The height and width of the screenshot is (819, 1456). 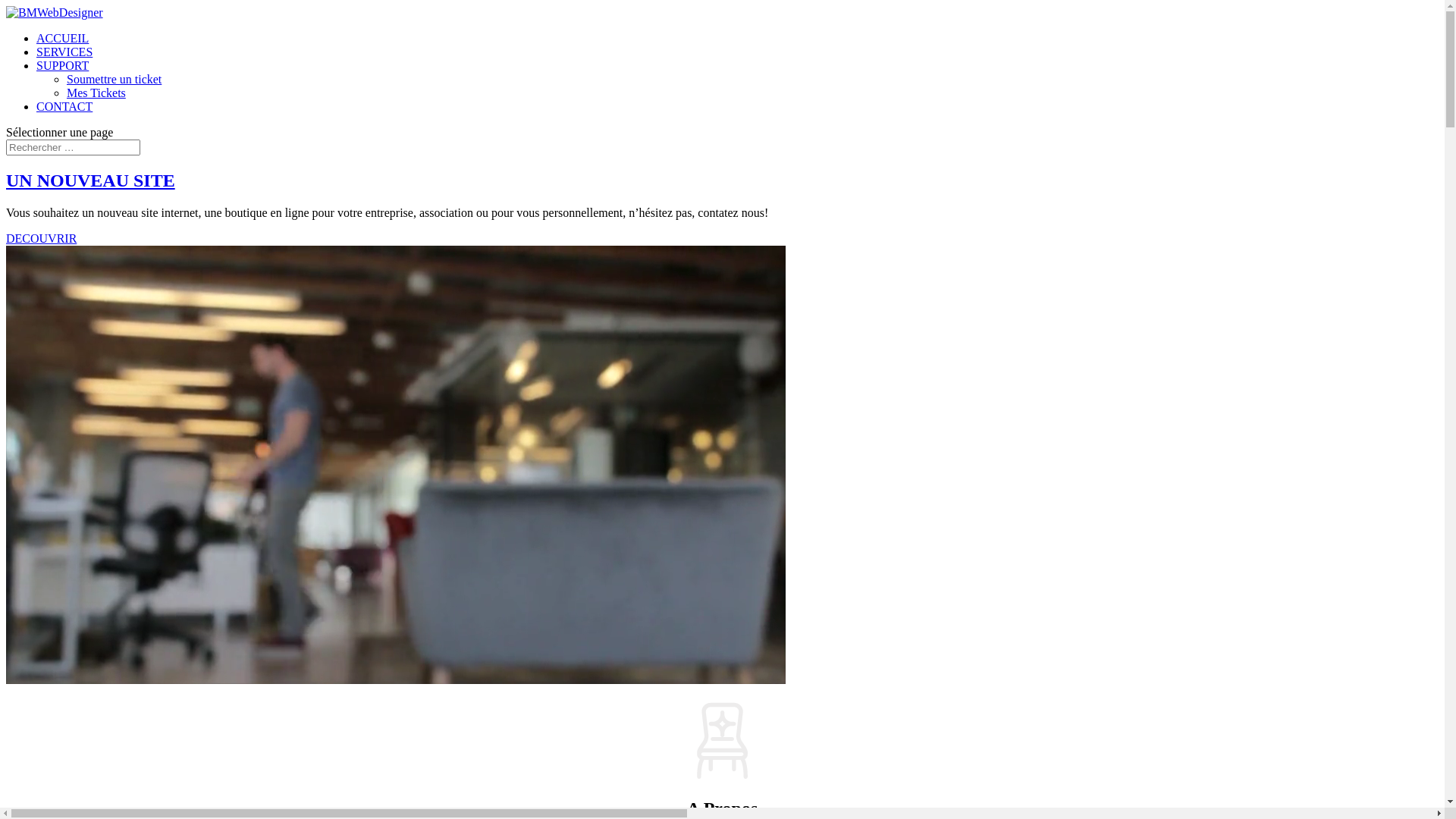 What do you see at coordinates (95, 93) in the screenshot?
I see `'Mes Tickets'` at bounding box center [95, 93].